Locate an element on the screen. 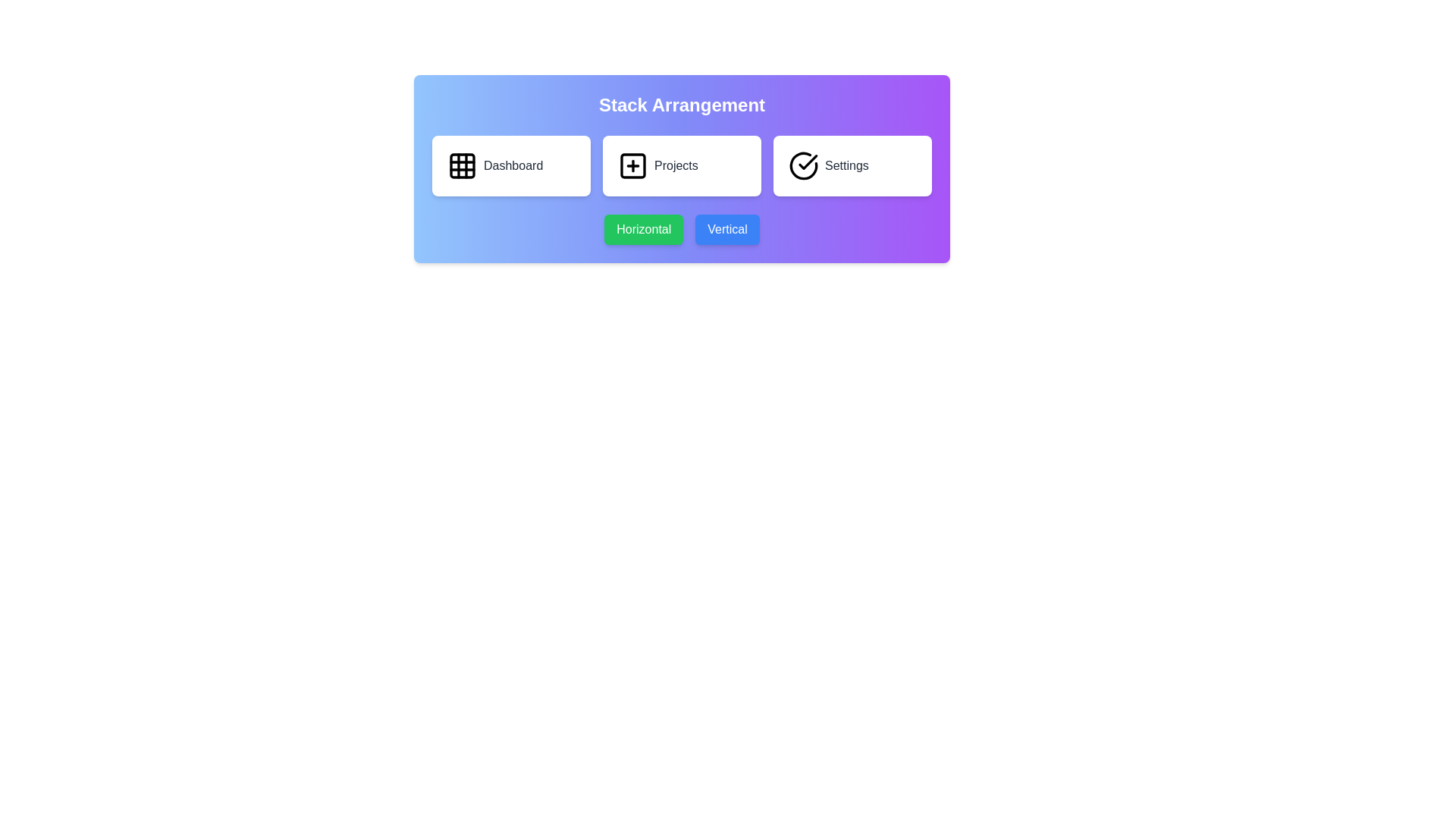 This screenshot has width=1456, height=819. the grid icon in the 'Dashboard' section is located at coordinates (461, 166).